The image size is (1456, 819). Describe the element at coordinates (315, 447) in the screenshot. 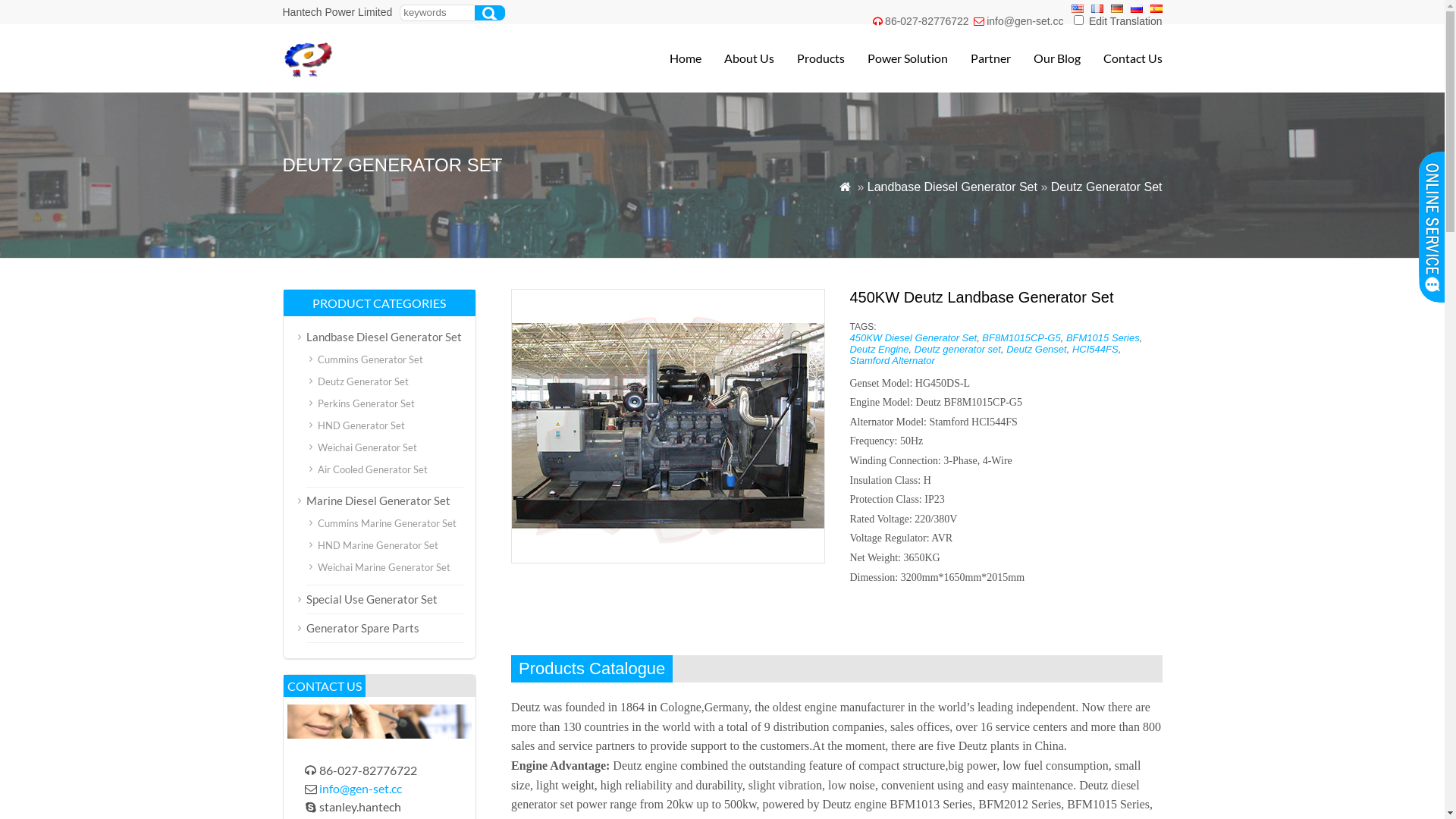

I see `'Weichai Generator Set'` at that location.